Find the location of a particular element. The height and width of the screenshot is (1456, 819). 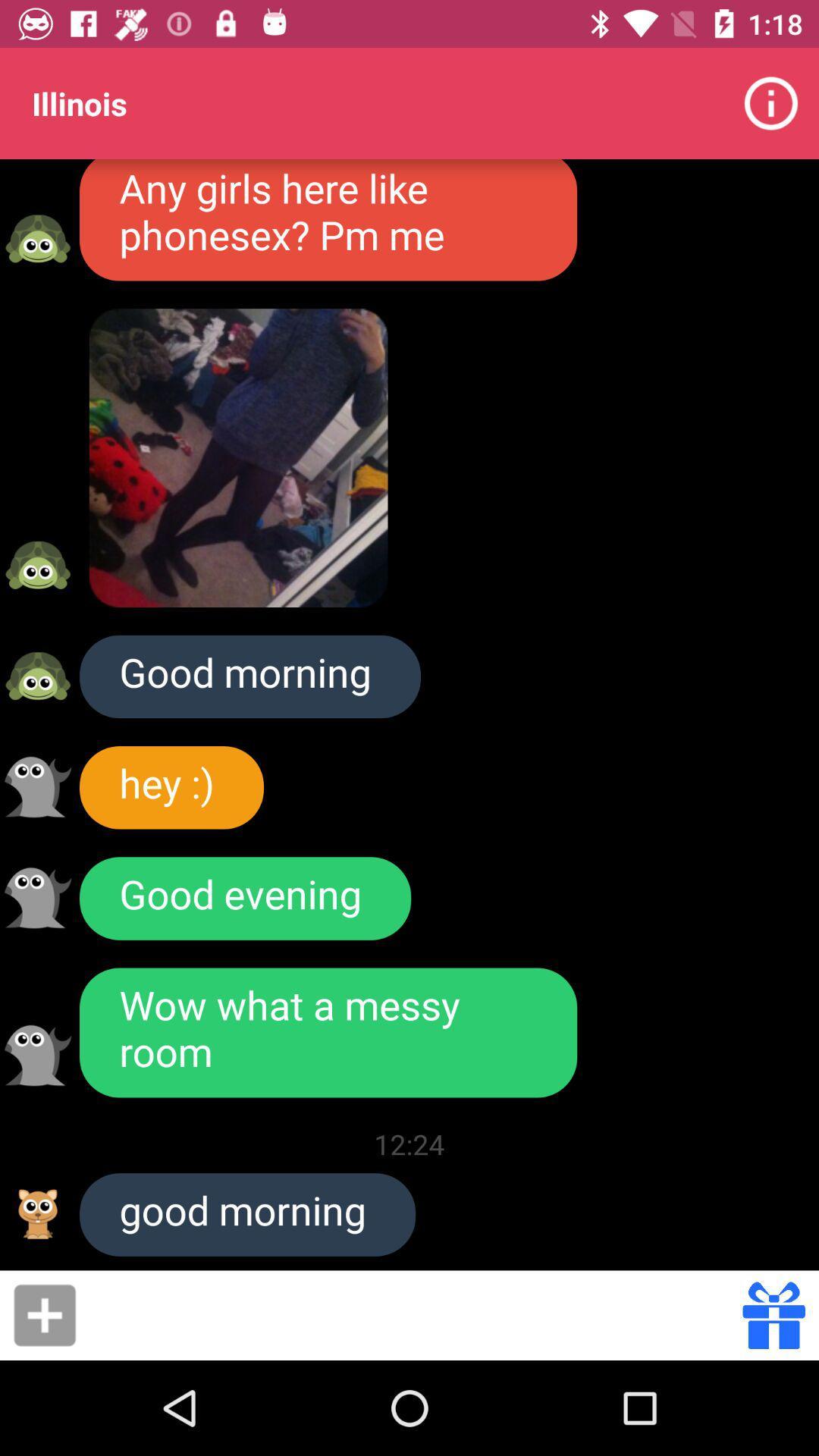

open the contact information is located at coordinates (37, 238).